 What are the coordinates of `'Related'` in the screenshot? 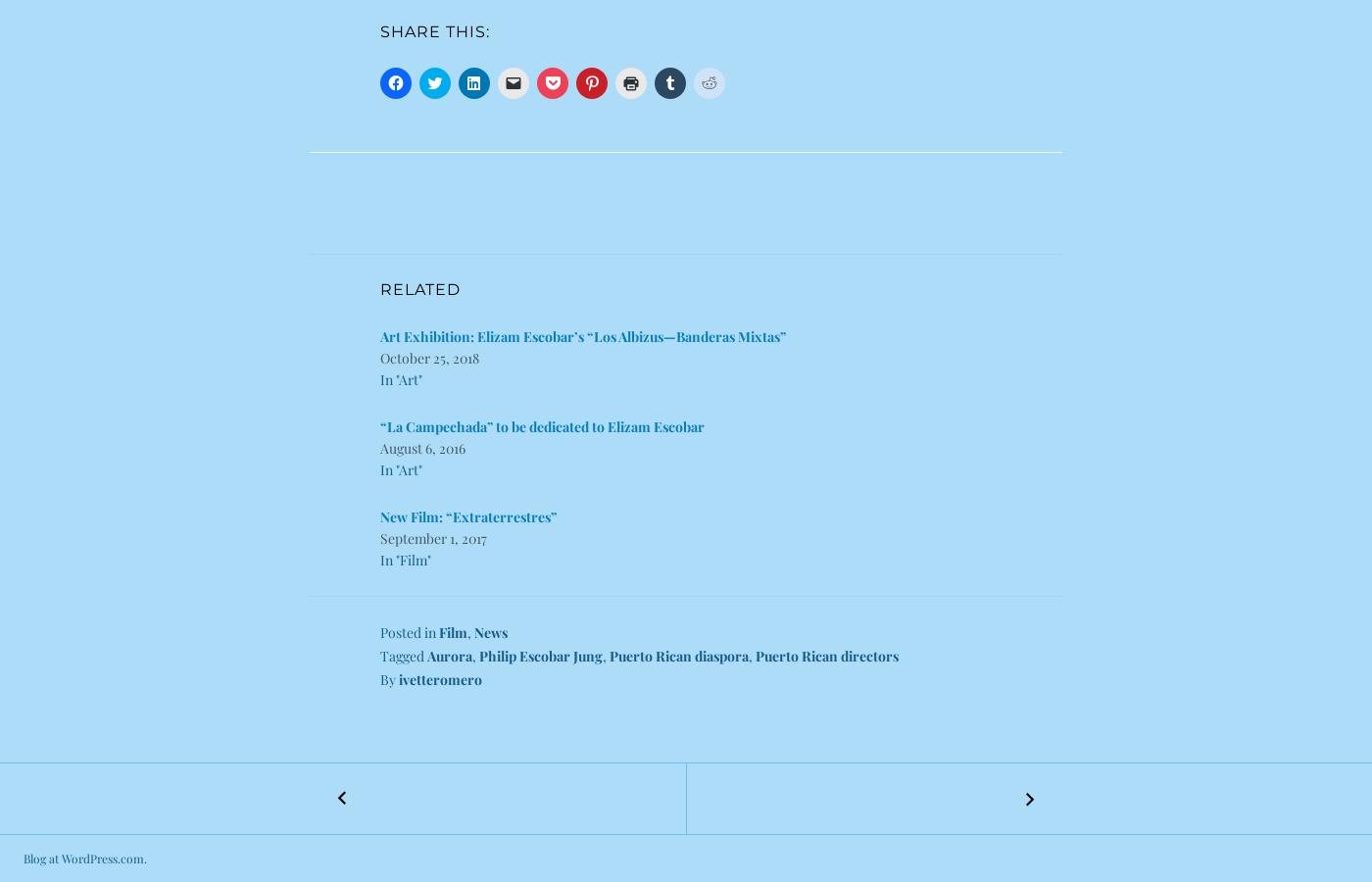 It's located at (419, 288).